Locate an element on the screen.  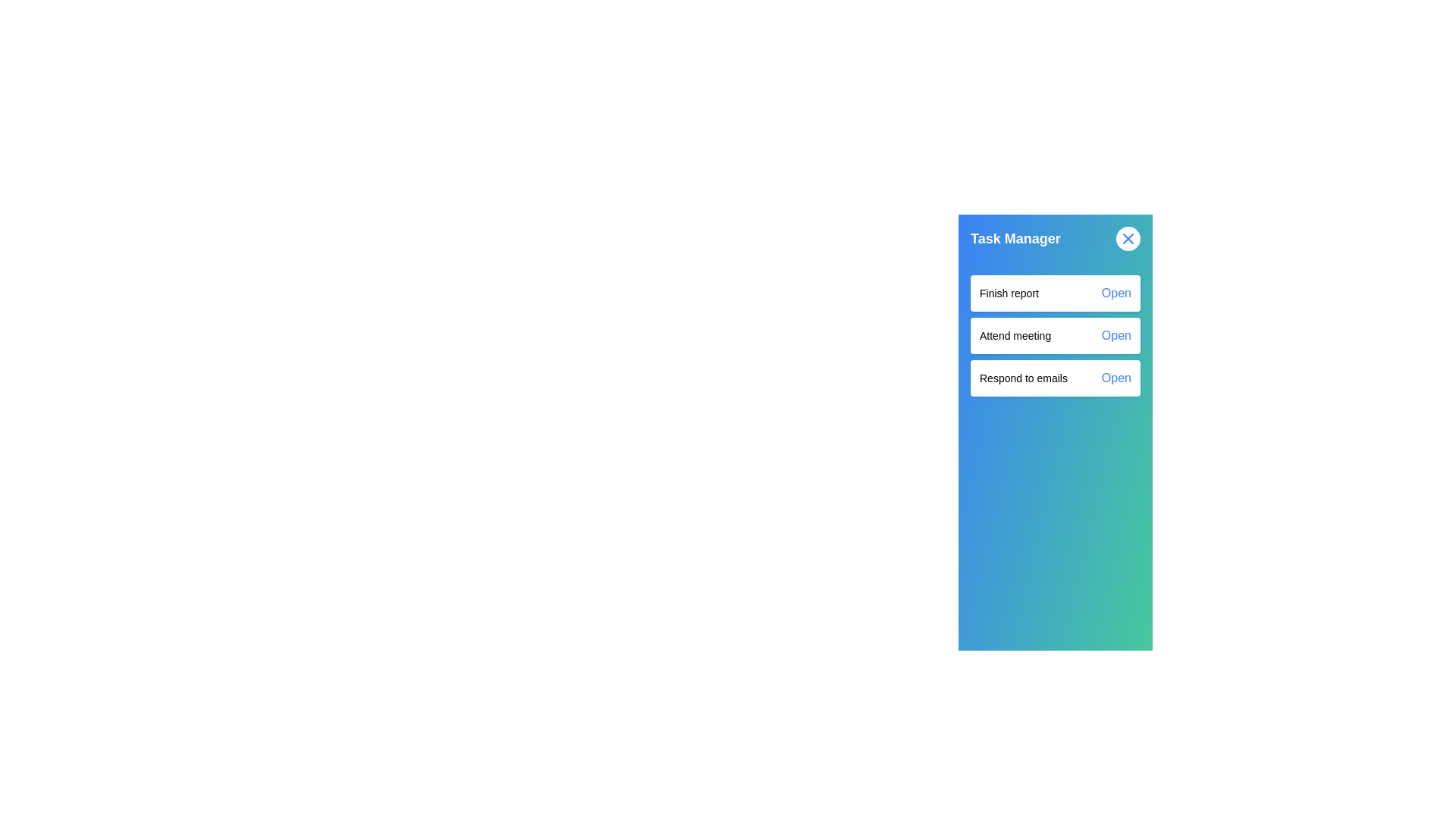
the blue, underlined 'Open' hyperlink located next to the 'Finish Report' phrase in the task manager interface to initiate the action is located at coordinates (1116, 293).